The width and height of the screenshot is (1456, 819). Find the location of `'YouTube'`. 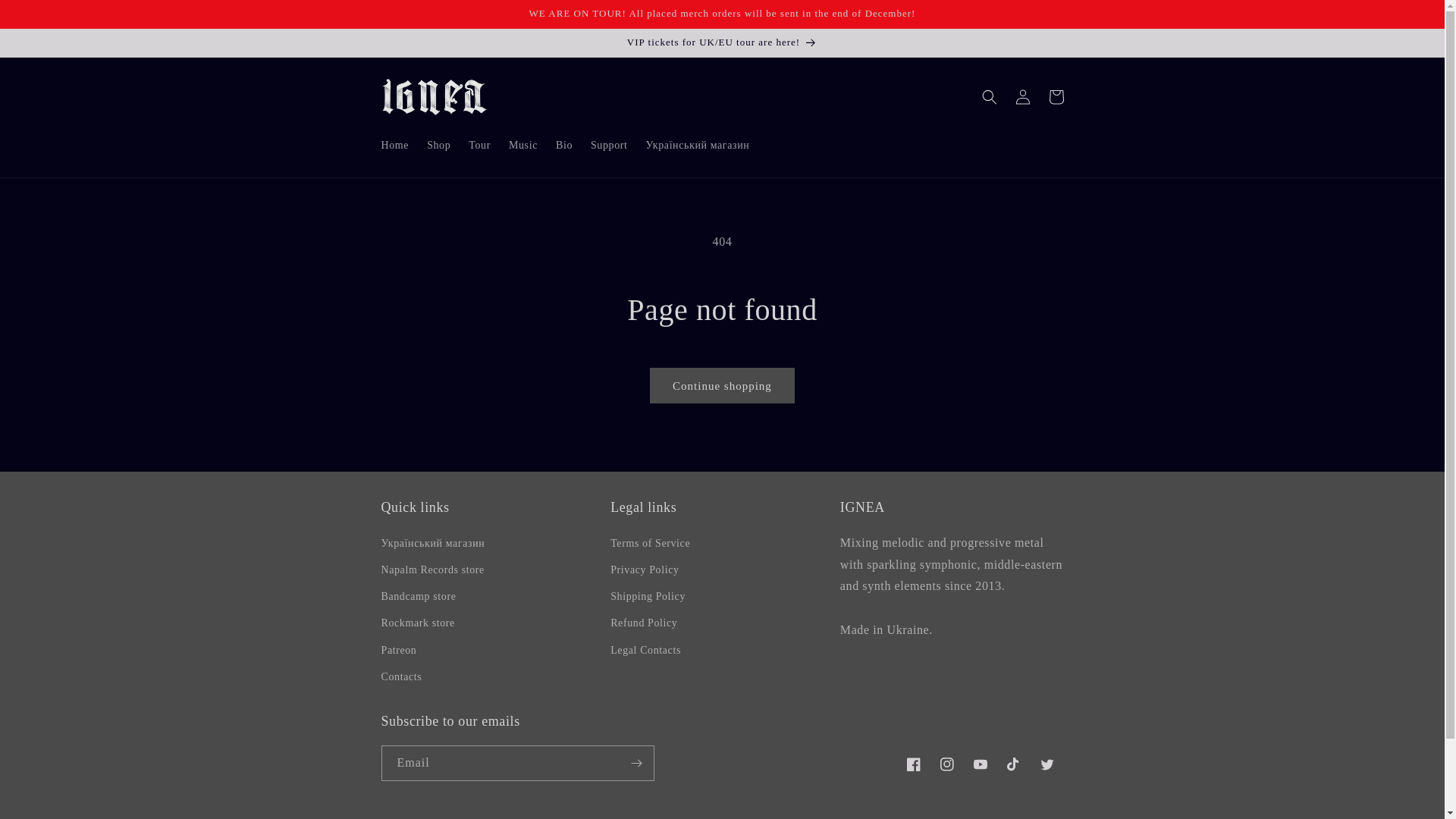

'YouTube' is located at coordinates (979, 764).